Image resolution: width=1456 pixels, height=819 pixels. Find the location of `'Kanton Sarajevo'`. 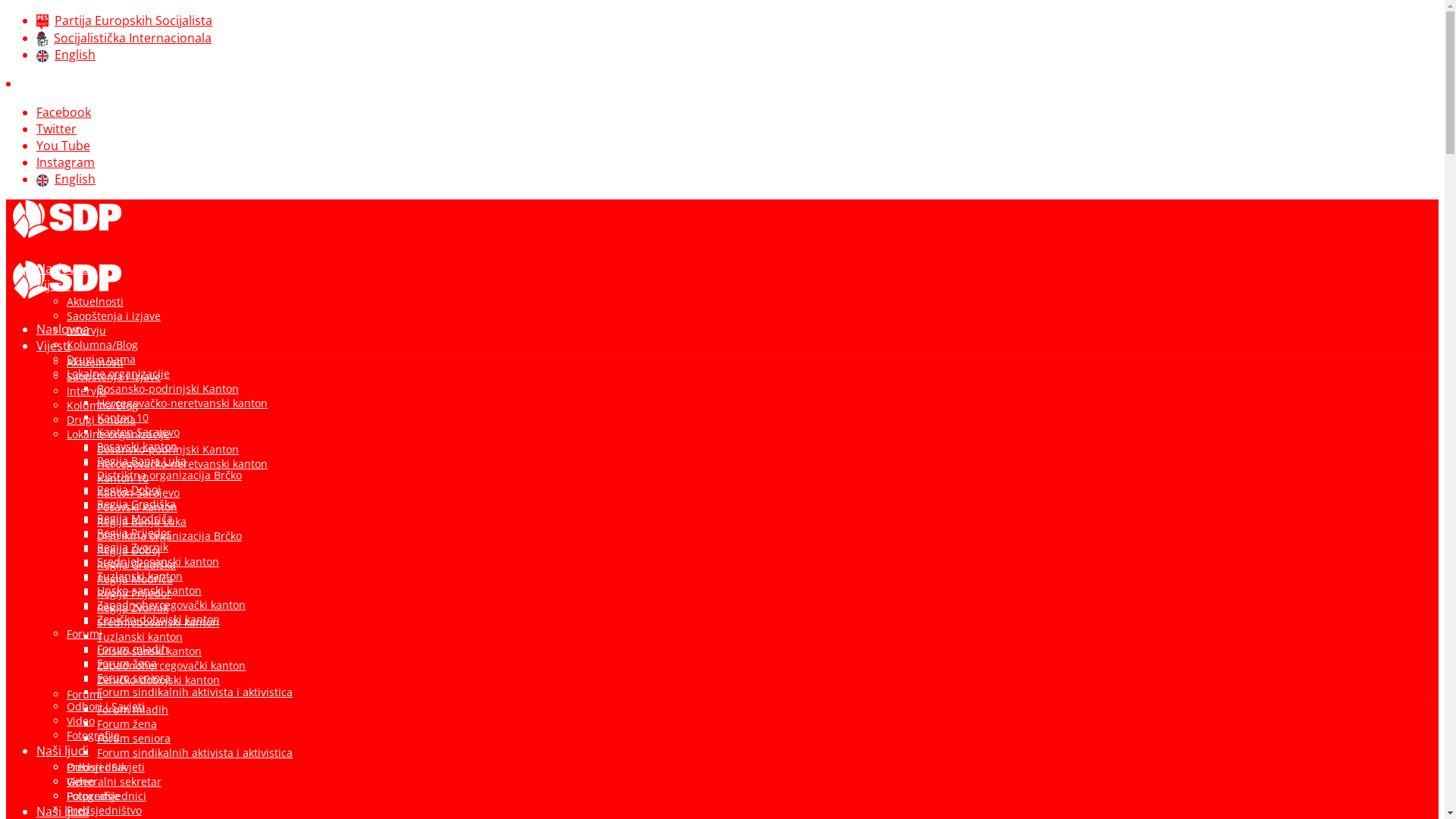

'Kanton Sarajevo' is located at coordinates (138, 431).